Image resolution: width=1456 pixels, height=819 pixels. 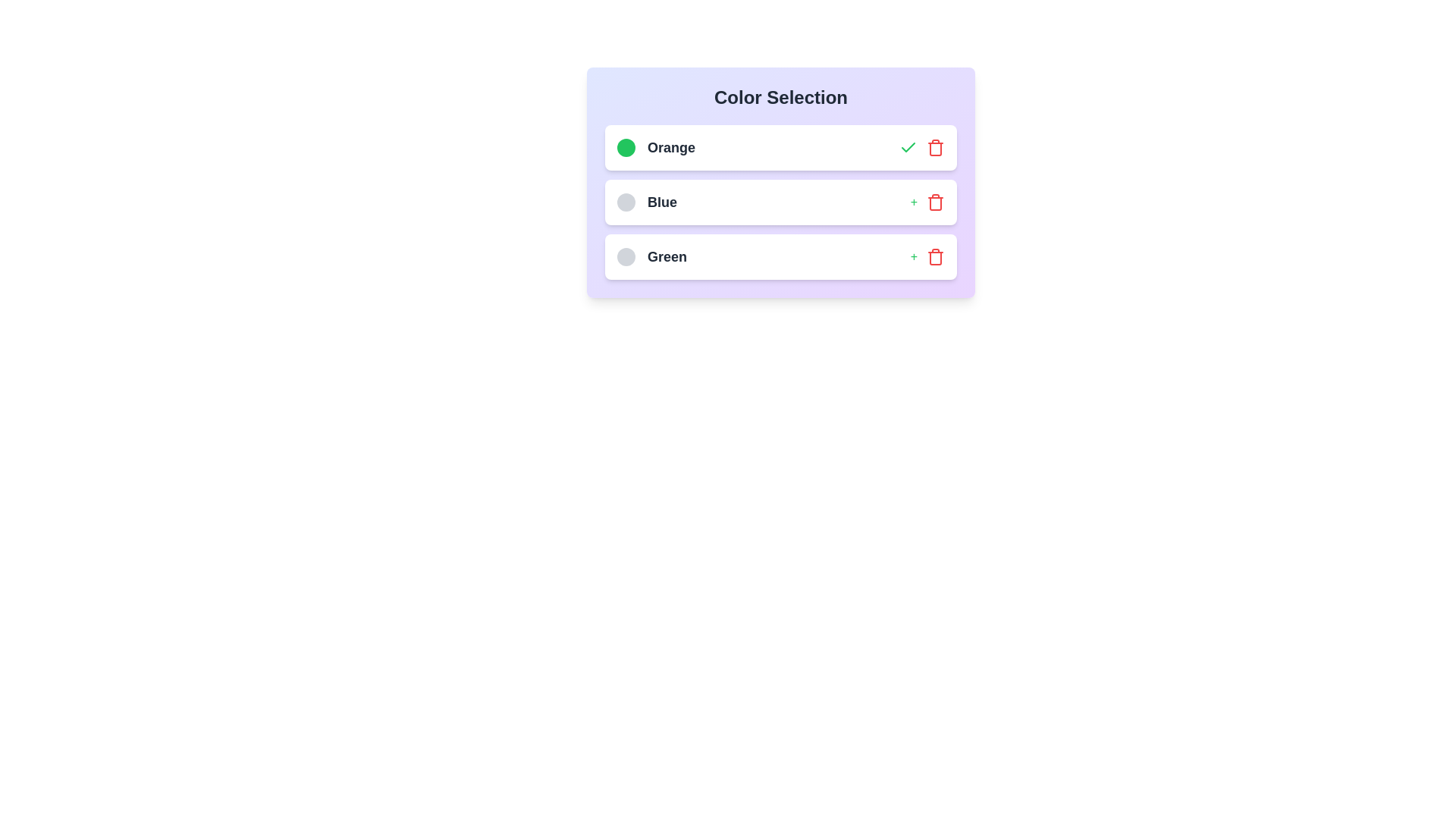 What do you see at coordinates (934, 201) in the screenshot?
I see `trash icon to remove the color item Blue` at bounding box center [934, 201].